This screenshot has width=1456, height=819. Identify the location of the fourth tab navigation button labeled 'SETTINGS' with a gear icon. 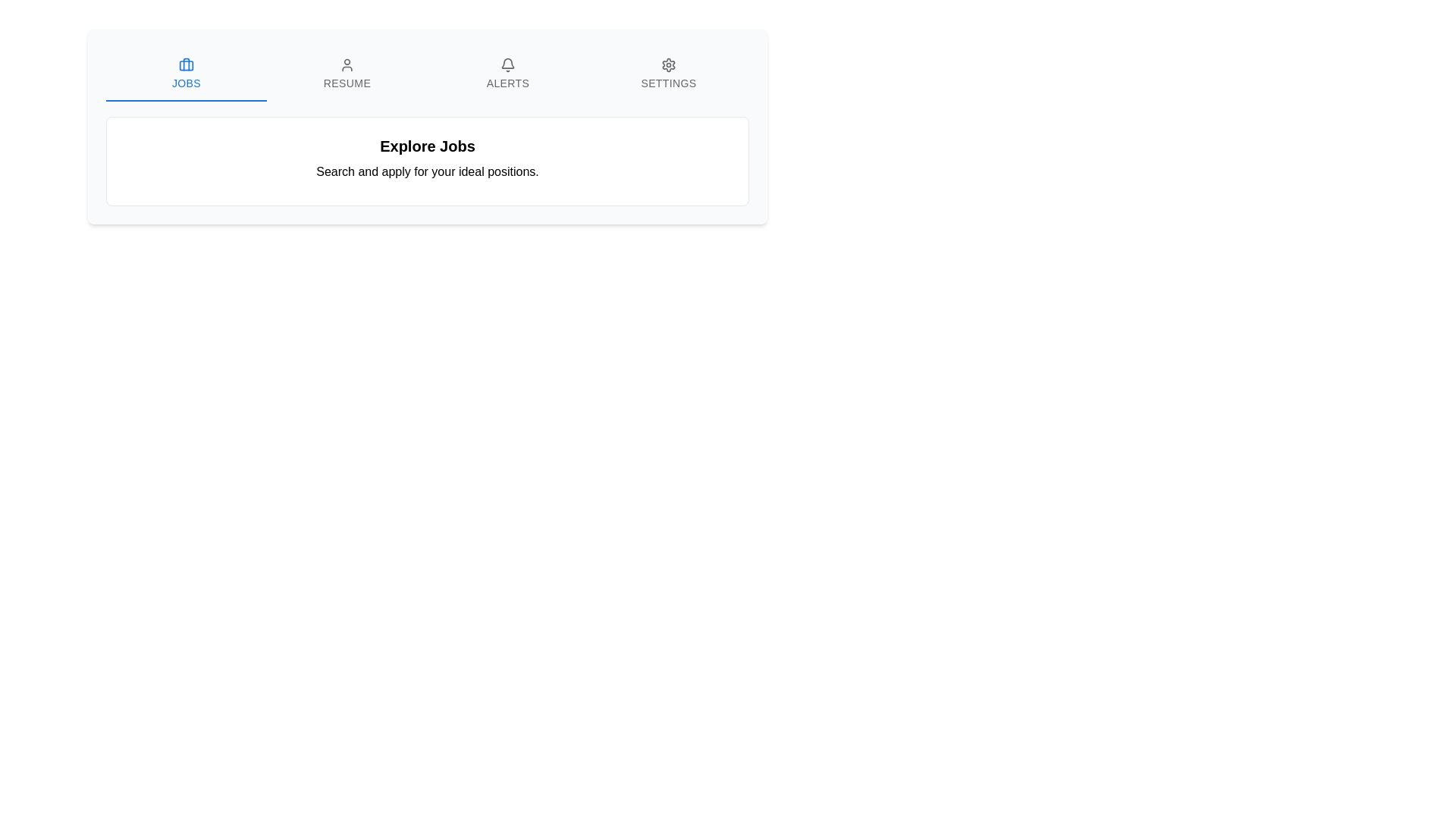
(668, 74).